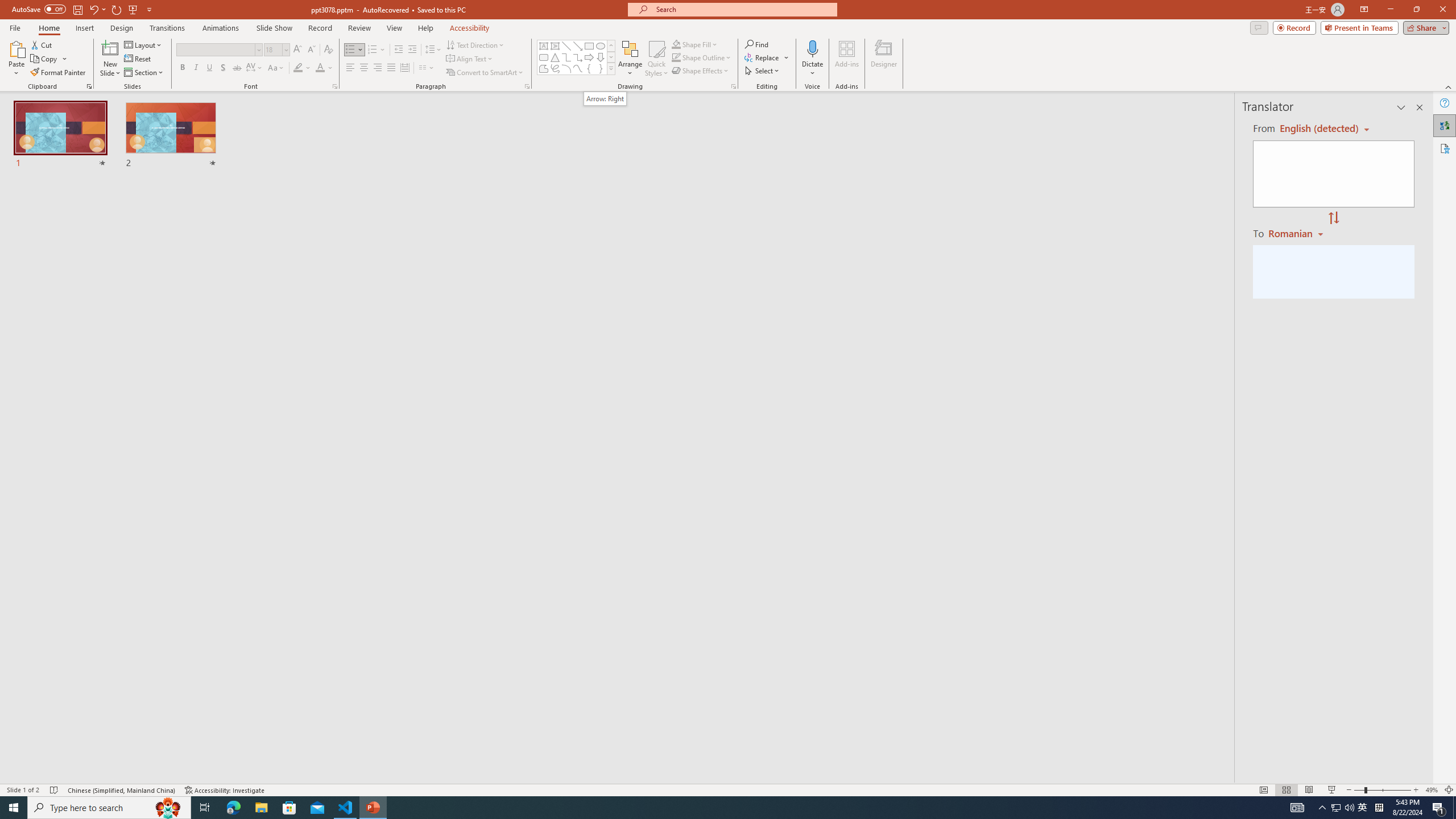 The image size is (1456, 819). Describe the element at coordinates (1431, 790) in the screenshot. I see `'Zoom 49%'` at that location.